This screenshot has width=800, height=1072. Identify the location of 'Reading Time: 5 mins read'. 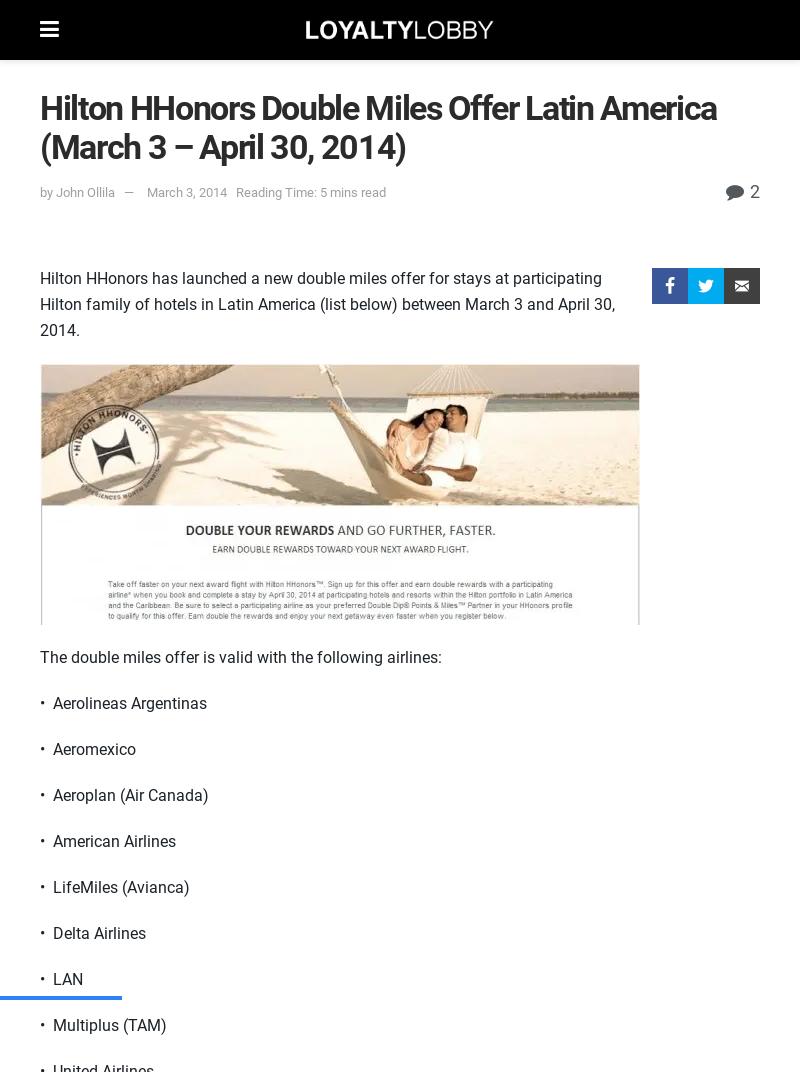
(309, 190).